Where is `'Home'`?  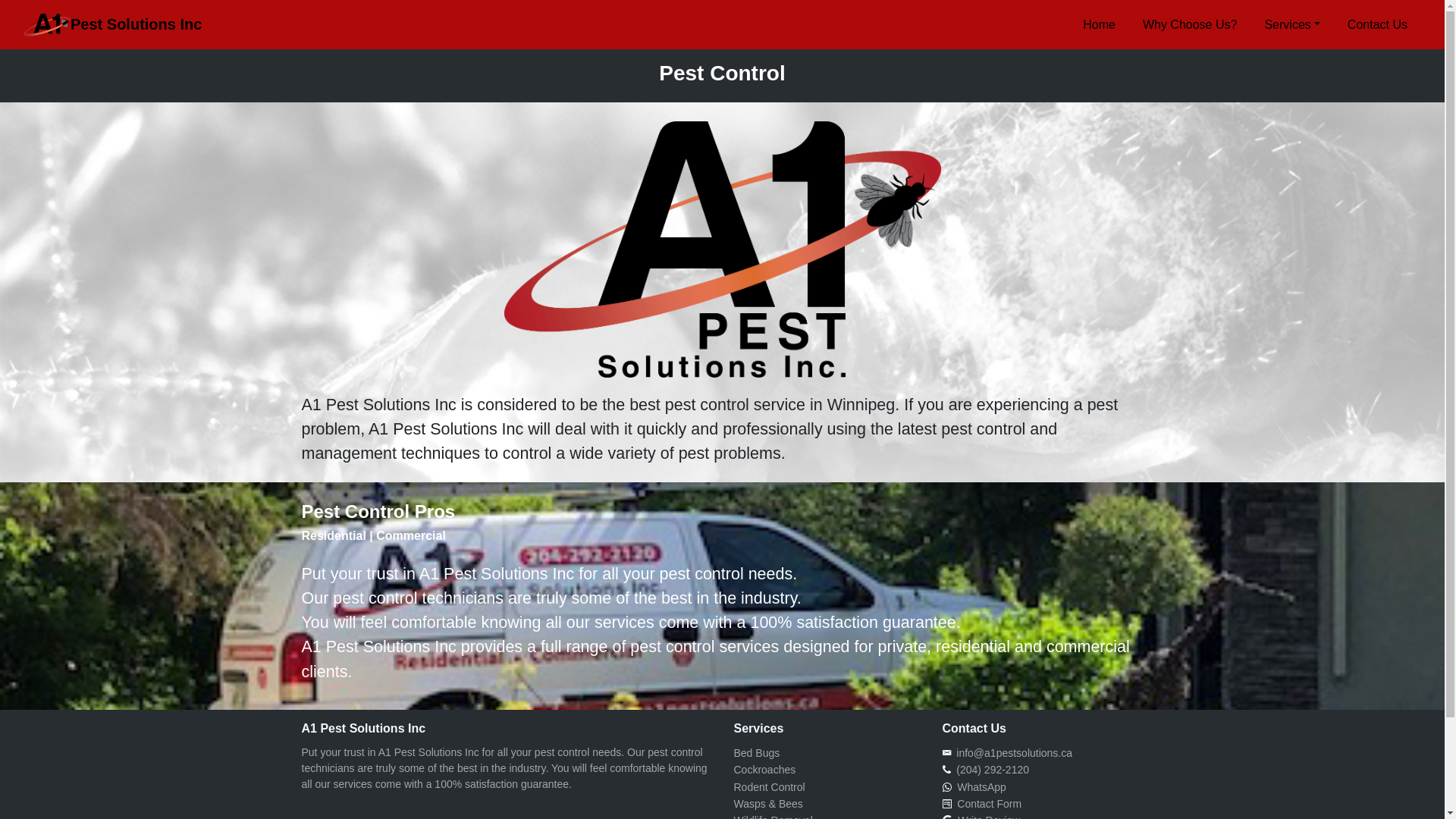
'Home' is located at coordinates (1099, 24).